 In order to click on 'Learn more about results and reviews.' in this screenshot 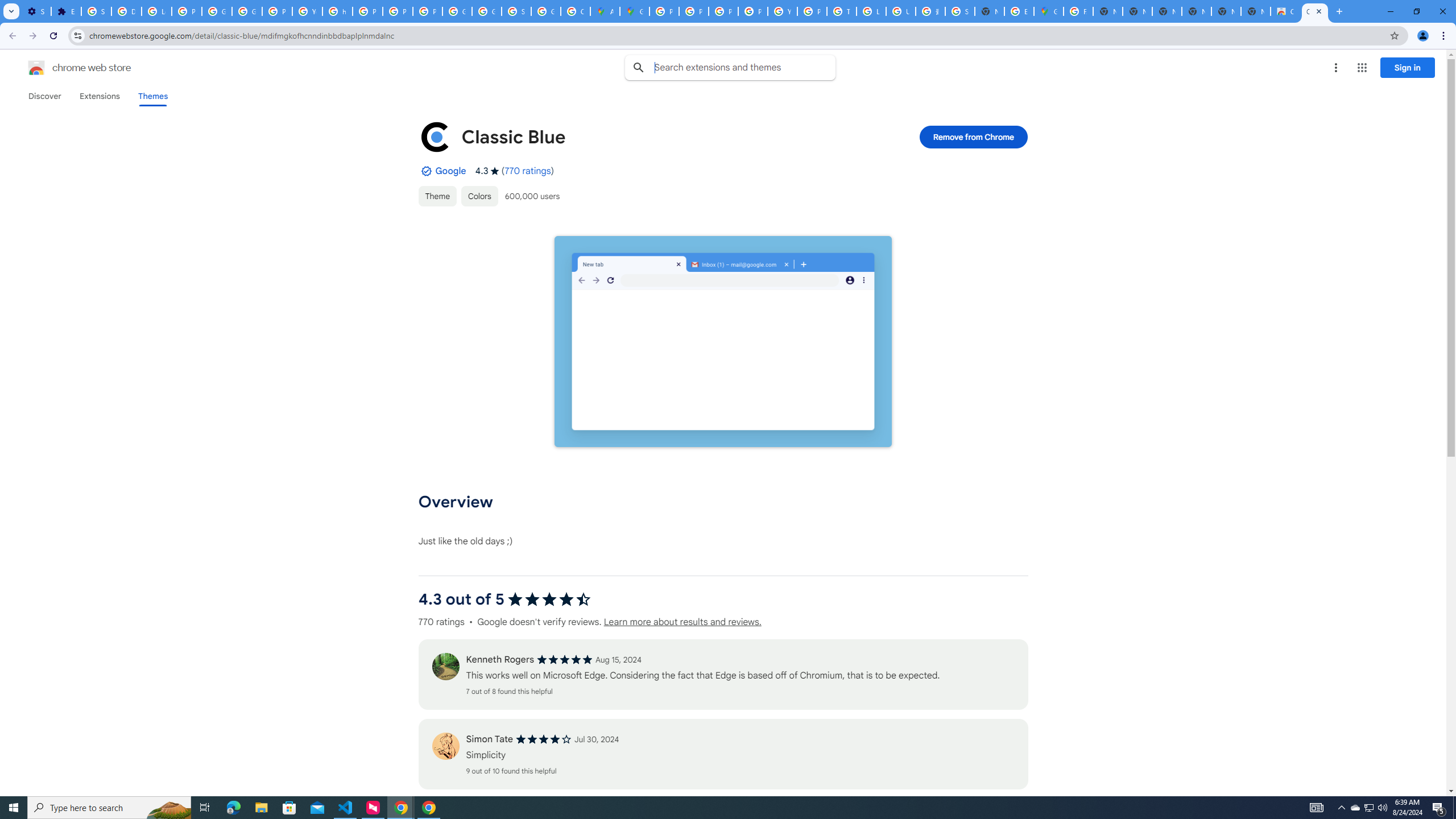, I will do `click(681, 622)`.